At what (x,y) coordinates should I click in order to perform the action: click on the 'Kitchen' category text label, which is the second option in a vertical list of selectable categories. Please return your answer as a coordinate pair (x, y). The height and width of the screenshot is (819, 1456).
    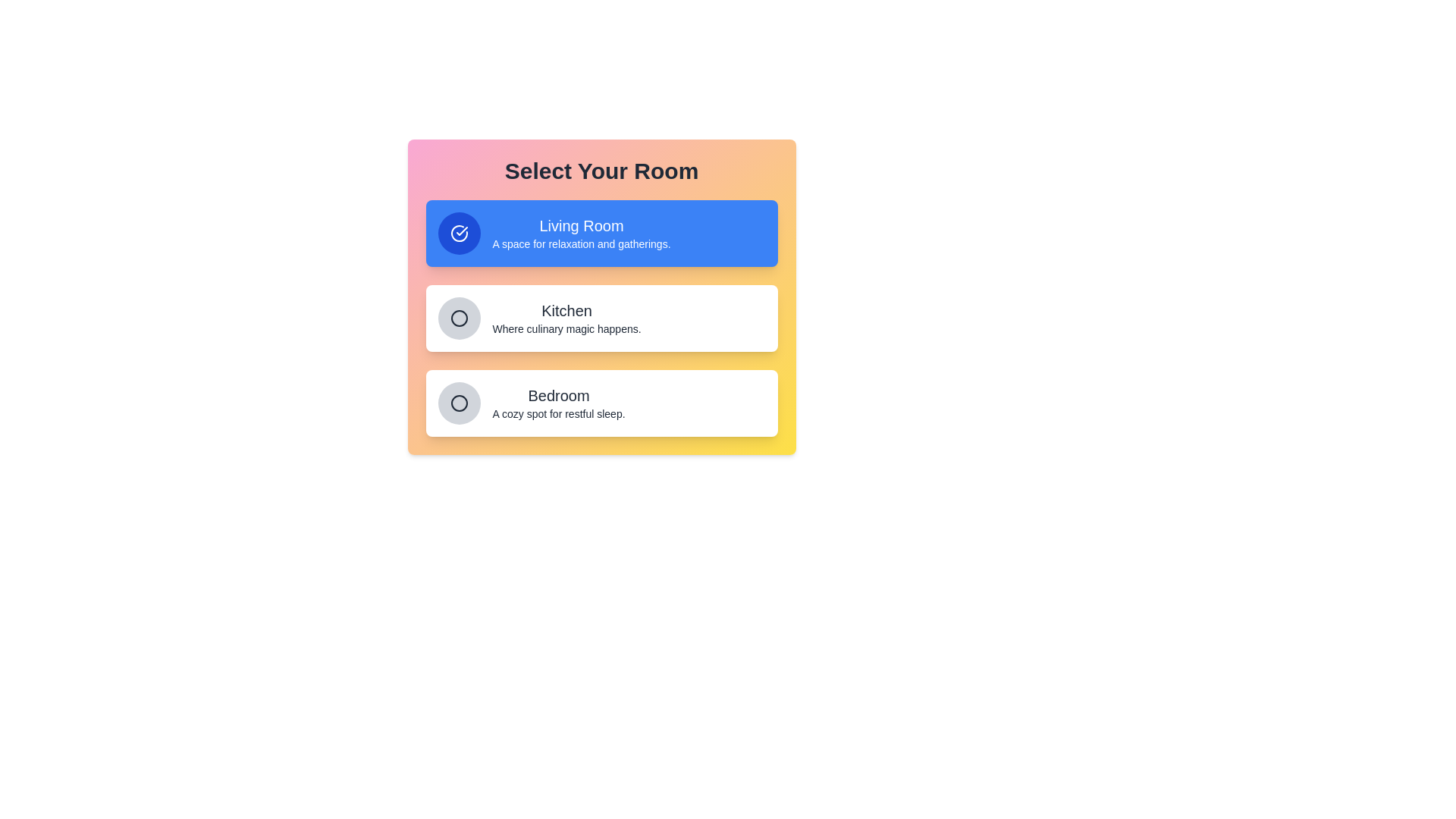
    Looking at the image, I should click on (566, 318).